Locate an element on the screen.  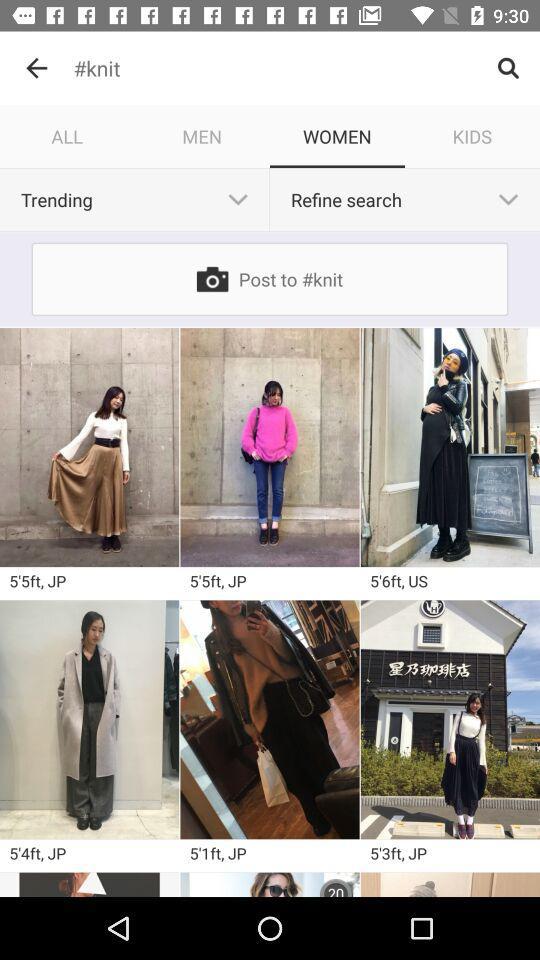
the men icon is located at coordinates (202, 135).